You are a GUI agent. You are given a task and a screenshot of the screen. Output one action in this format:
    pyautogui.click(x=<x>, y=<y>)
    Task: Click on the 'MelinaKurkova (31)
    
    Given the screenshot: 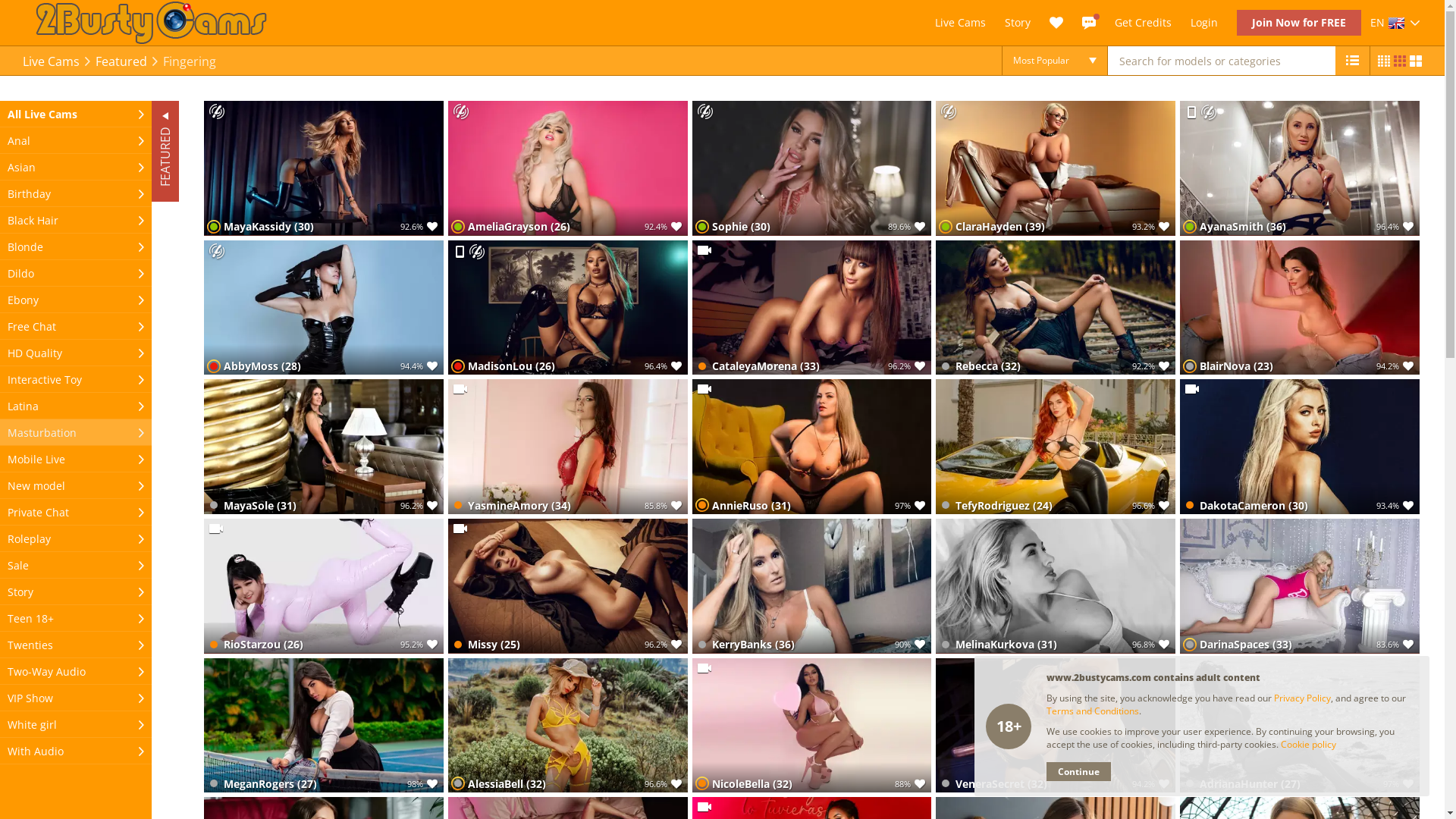 What is the action you would take?
    pyautogui.click(x=1055, y=585)
    